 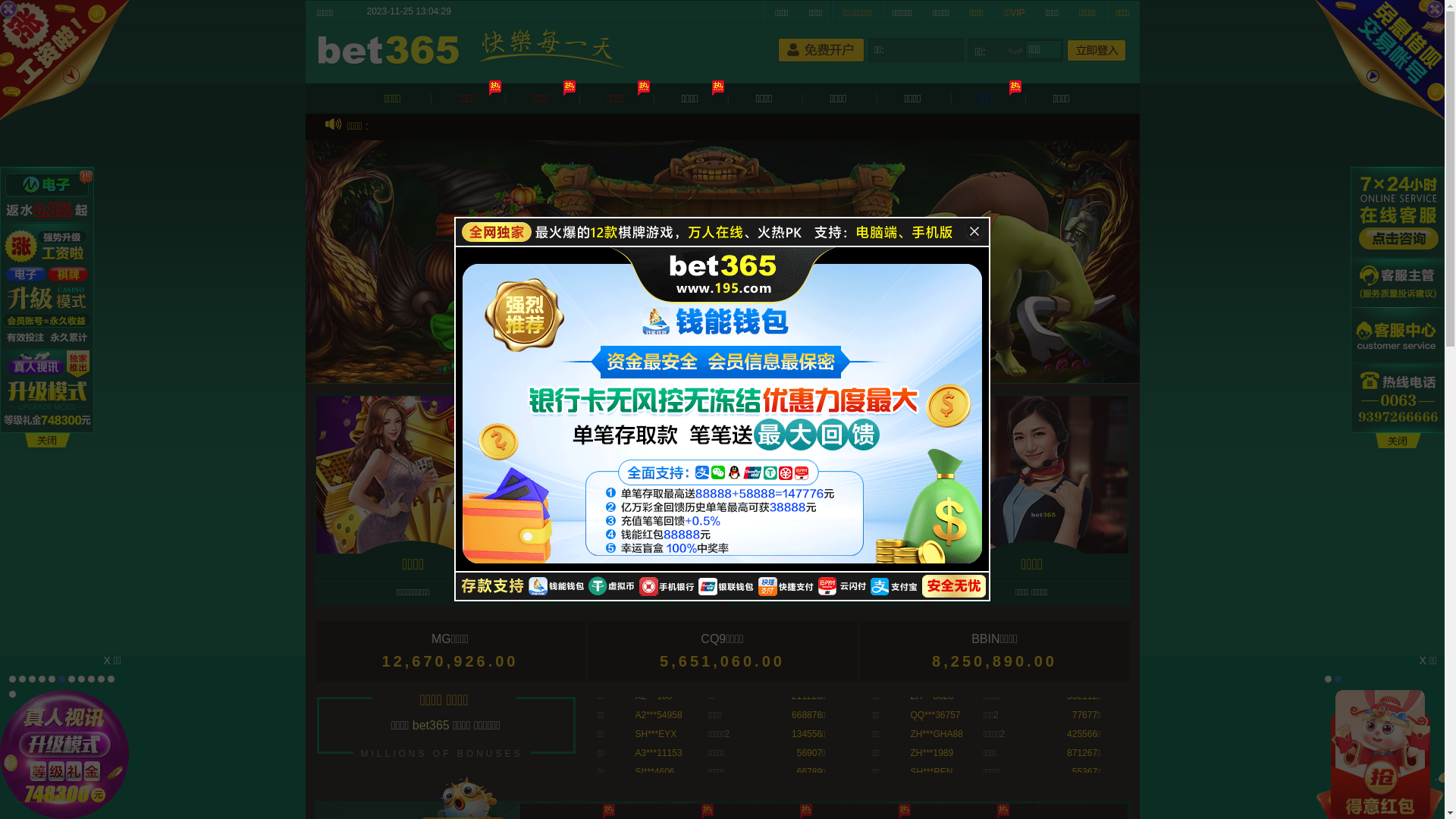 What do you see at coordinates (110, 678) in the screenshot?
I see `'11'` at bounding box center [110, 678].